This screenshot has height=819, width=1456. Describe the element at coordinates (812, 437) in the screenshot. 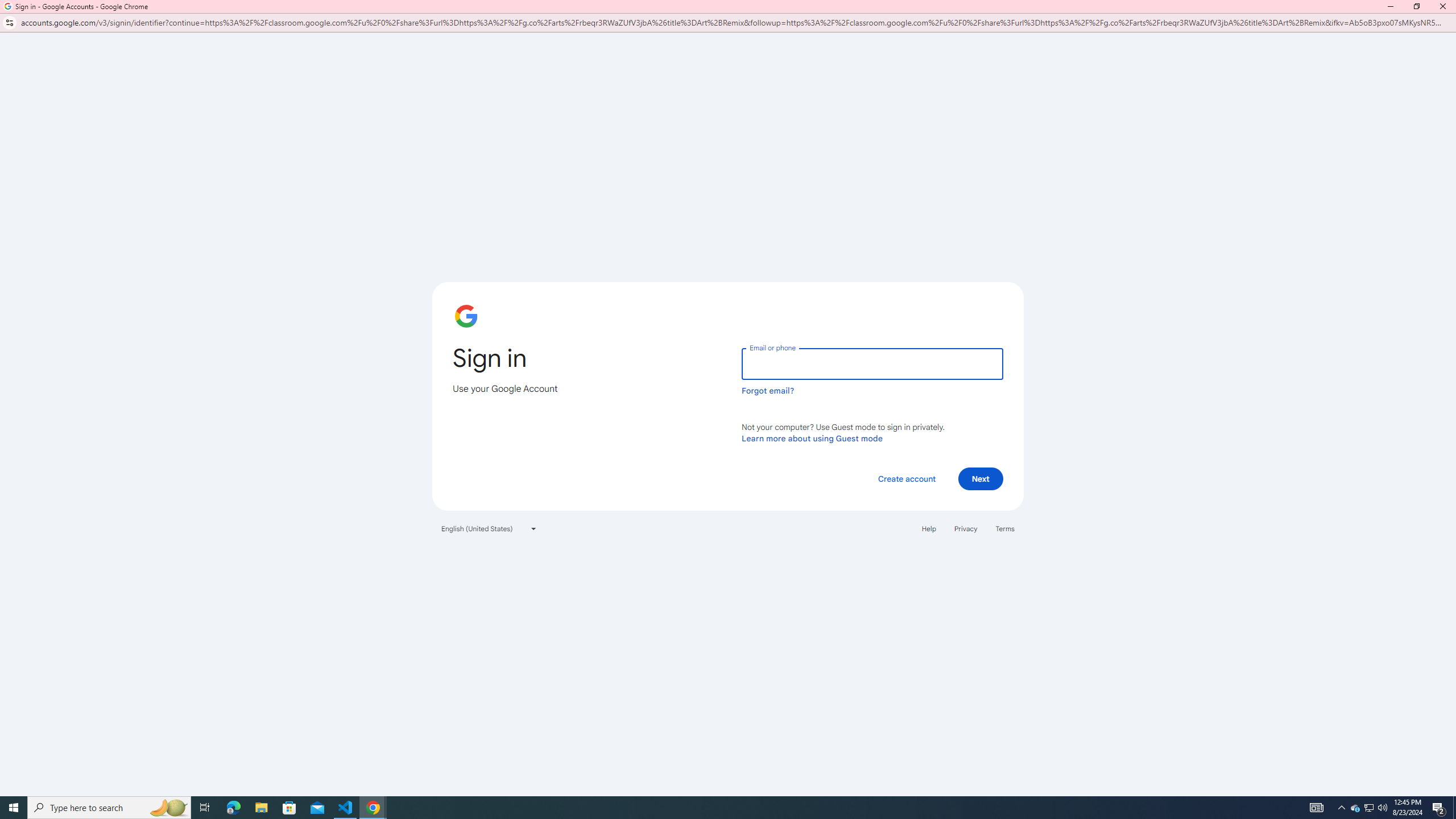

I see `'Learn more about using Guest mode'` at that location.